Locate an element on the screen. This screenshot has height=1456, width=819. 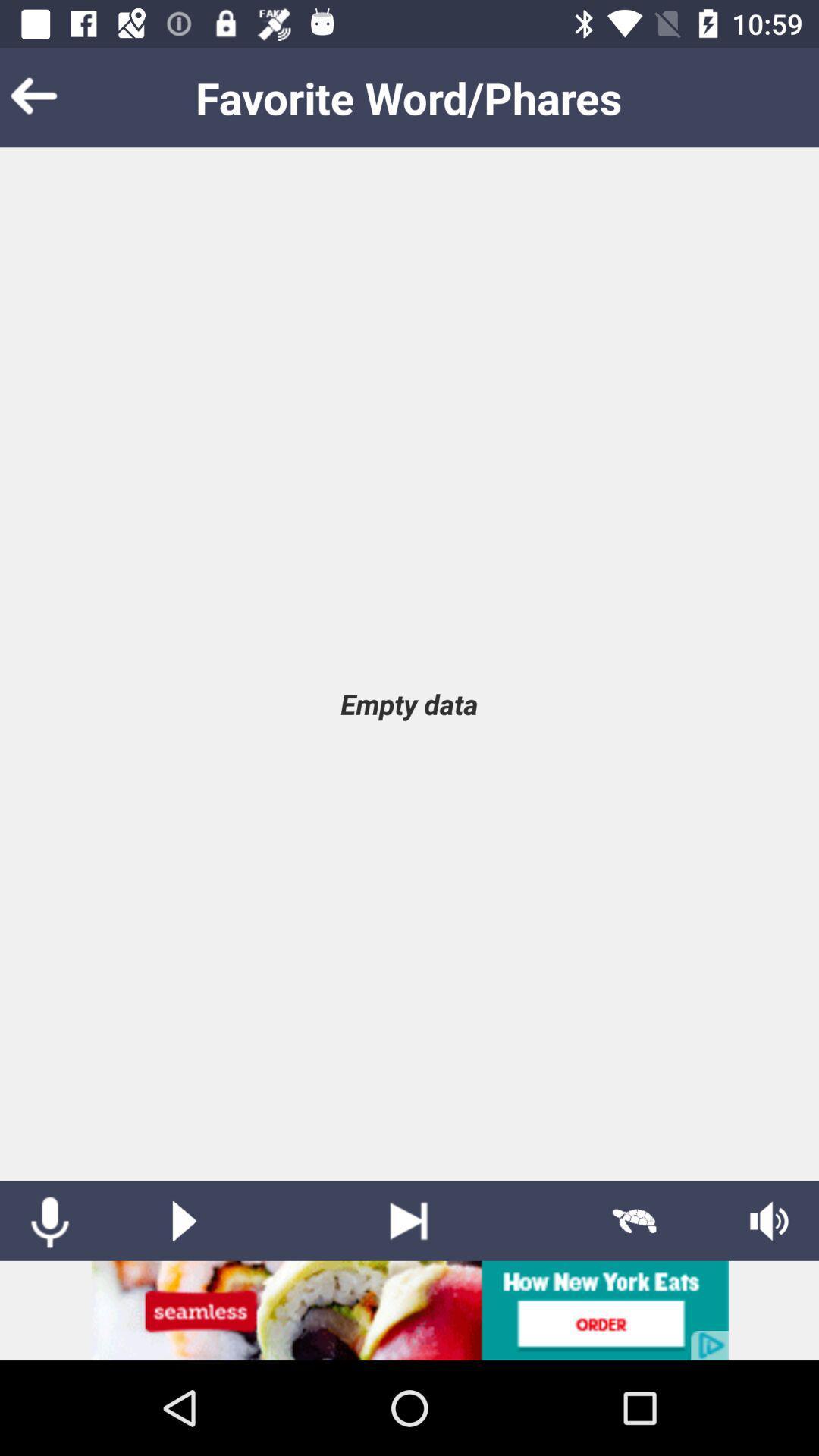
forward play is located at coordinates (408, 1221).